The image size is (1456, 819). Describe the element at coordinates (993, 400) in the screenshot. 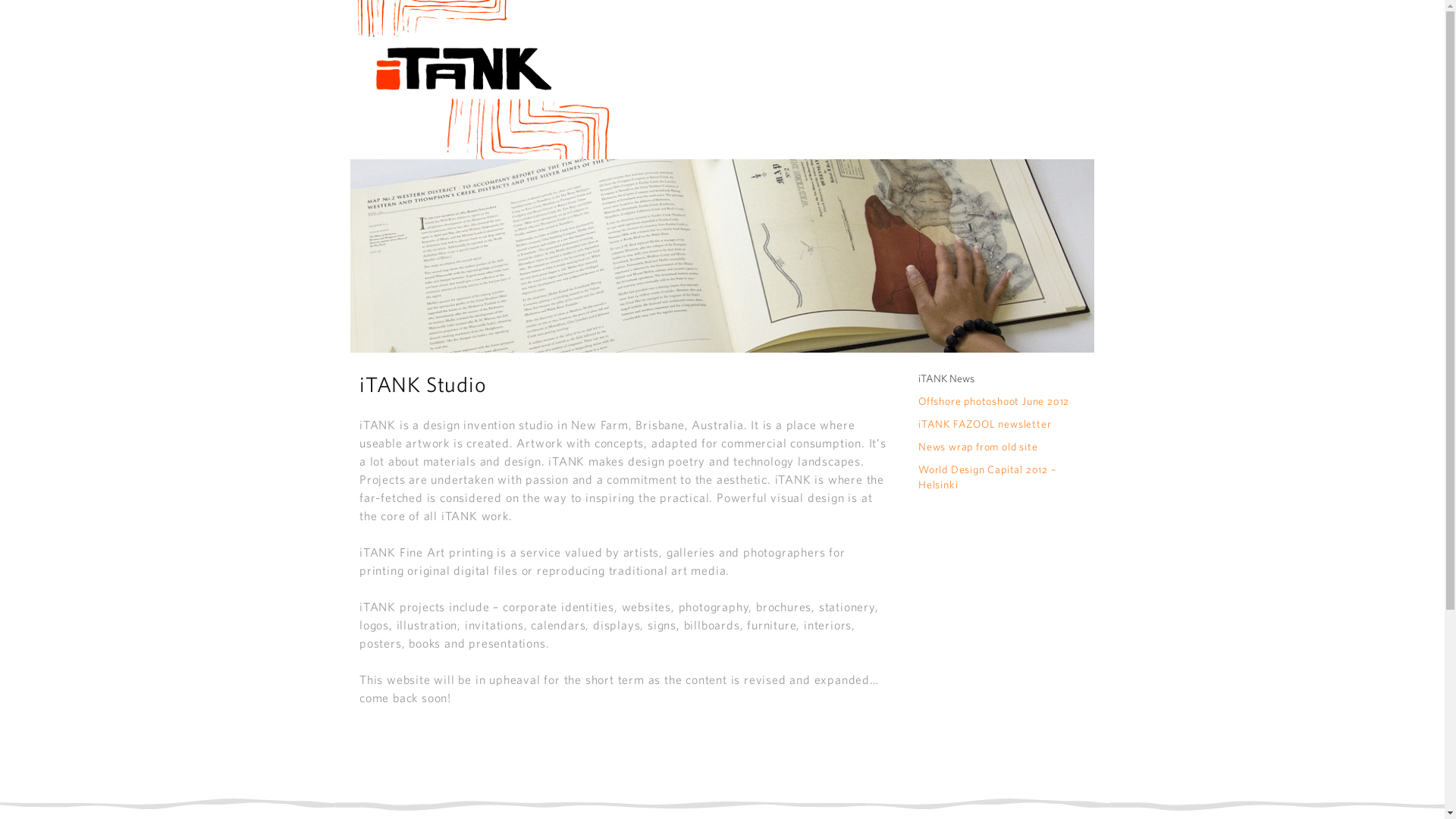

I see `'Offshore photoshoot June 2012'` at that location.